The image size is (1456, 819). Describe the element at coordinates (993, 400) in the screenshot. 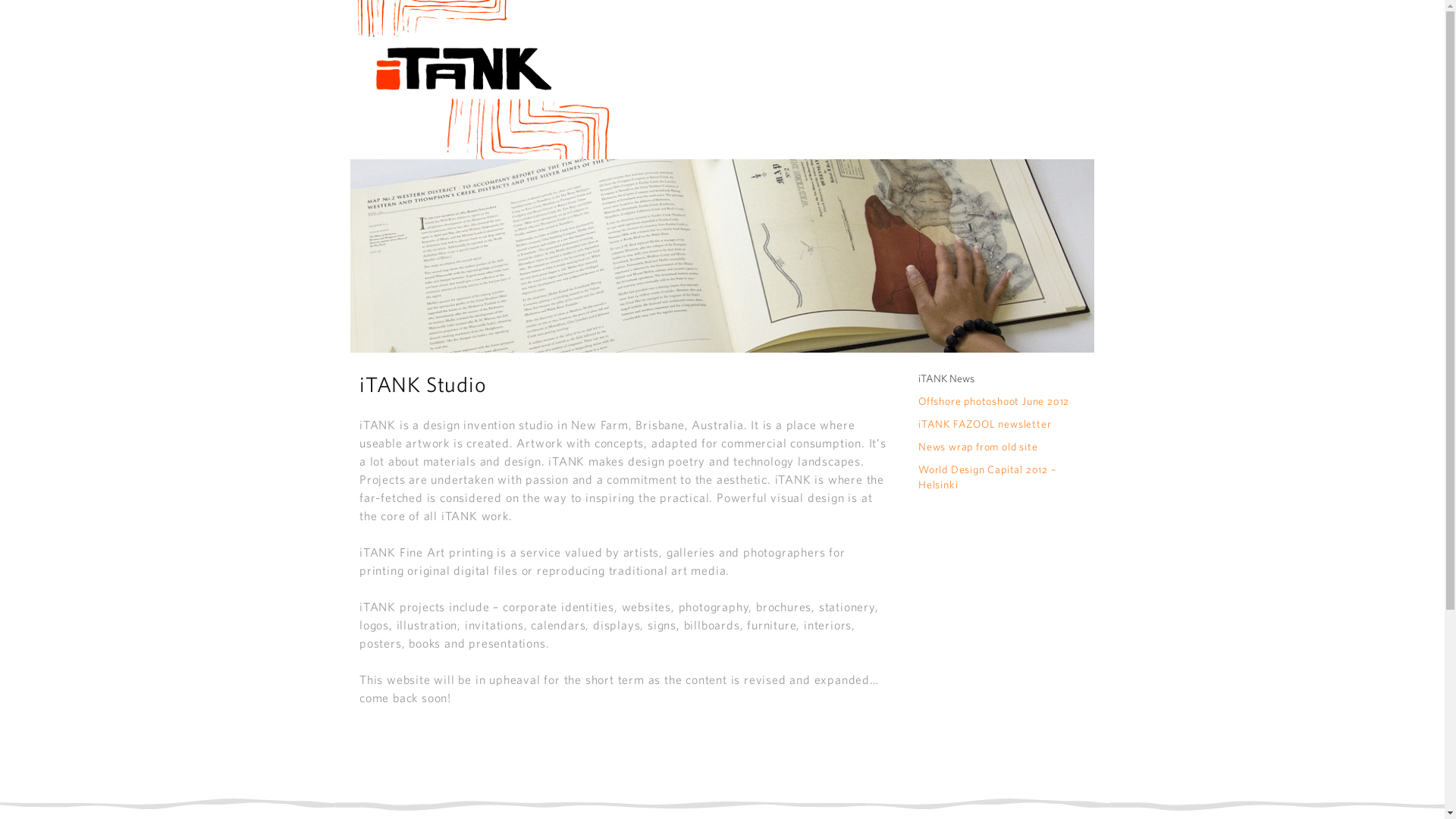

I see `'Offshore photoshoot June 2012'` at that location.